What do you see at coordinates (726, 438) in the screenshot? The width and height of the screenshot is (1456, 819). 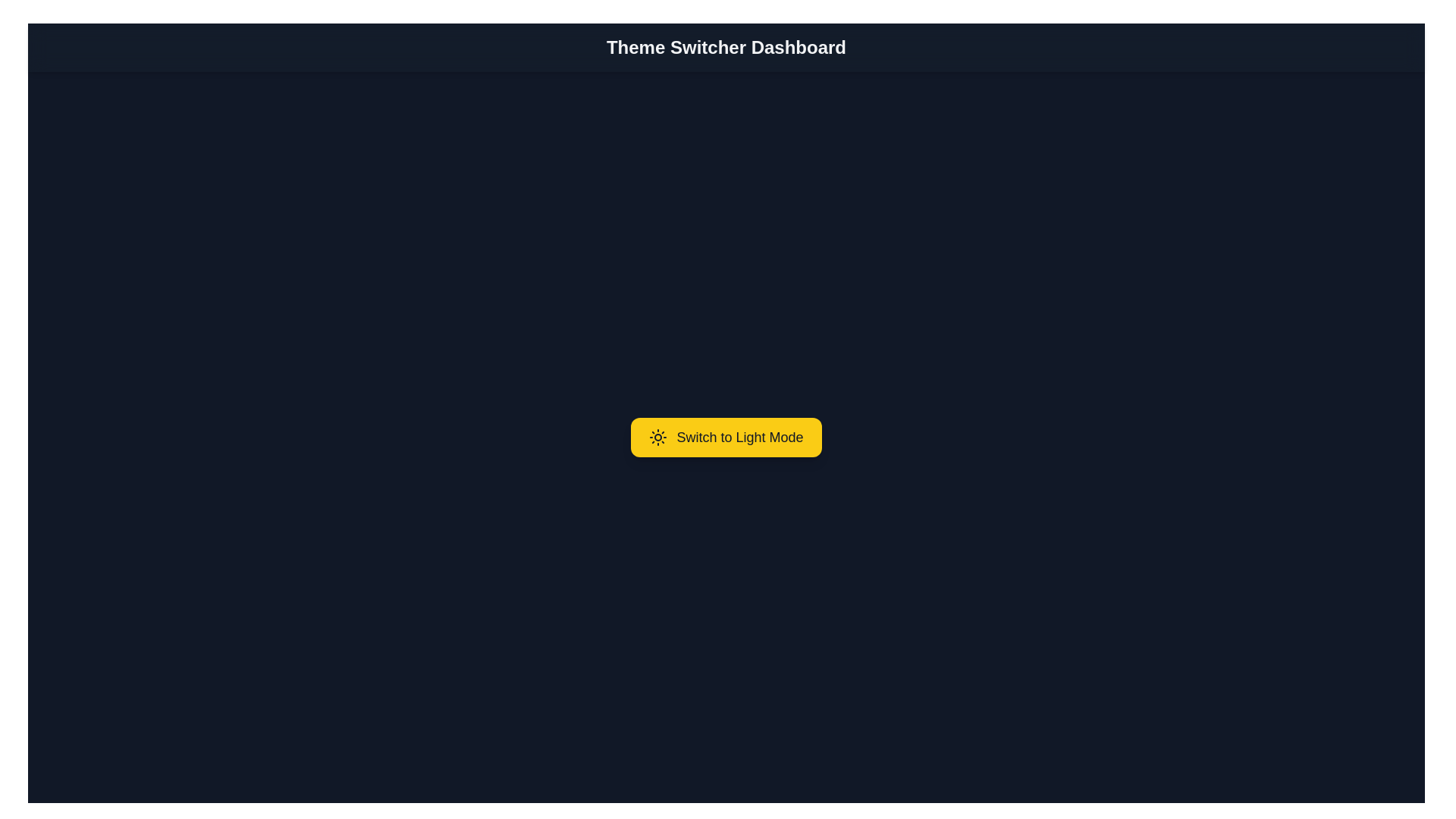 I see `the 'Switch to Light Mode' button to toggle the theme` at bounding box center [726, 438].